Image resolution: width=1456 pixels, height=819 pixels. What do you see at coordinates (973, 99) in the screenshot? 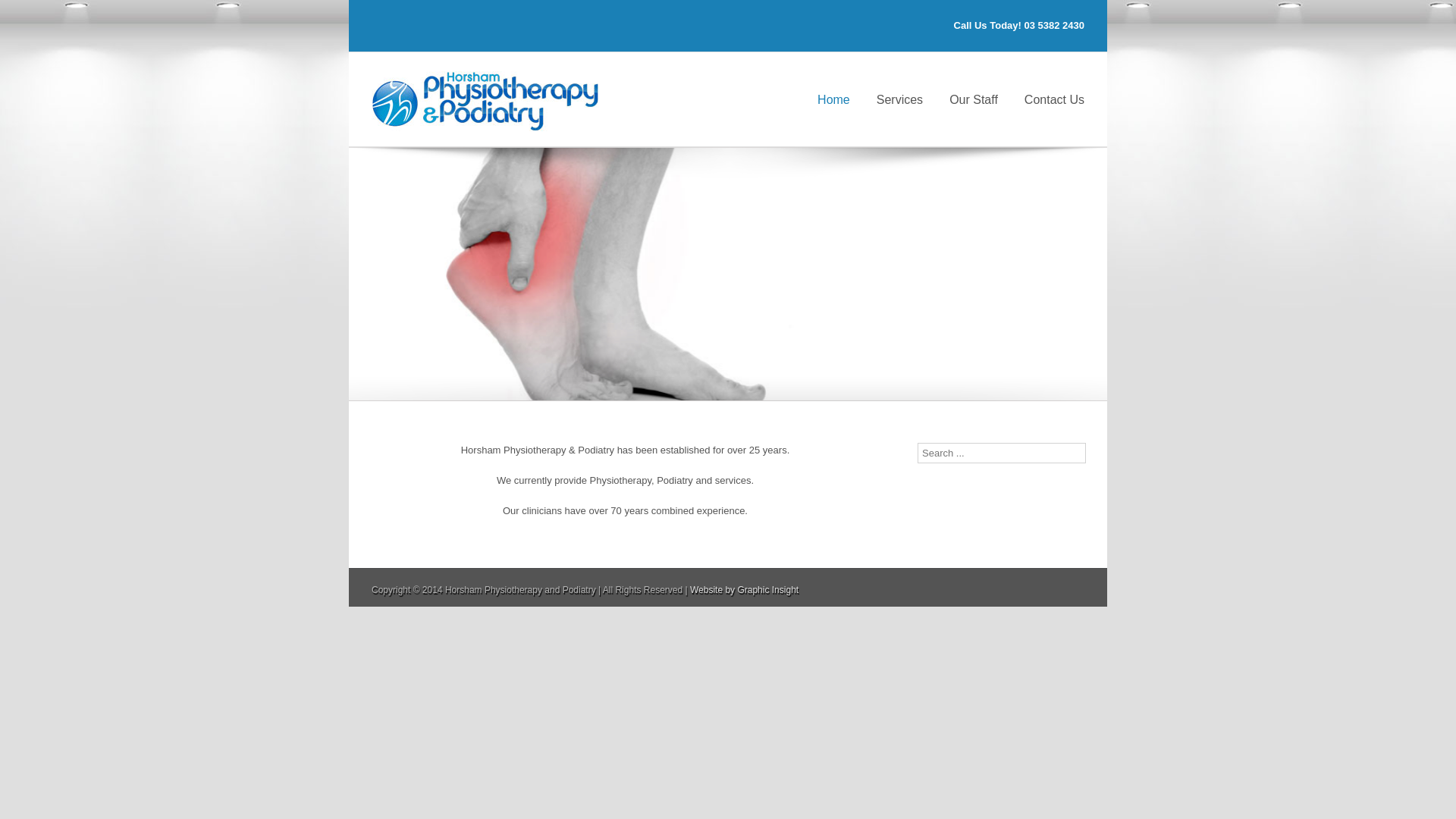
I see `'Our Staff'` at bounding box center [973, 99].